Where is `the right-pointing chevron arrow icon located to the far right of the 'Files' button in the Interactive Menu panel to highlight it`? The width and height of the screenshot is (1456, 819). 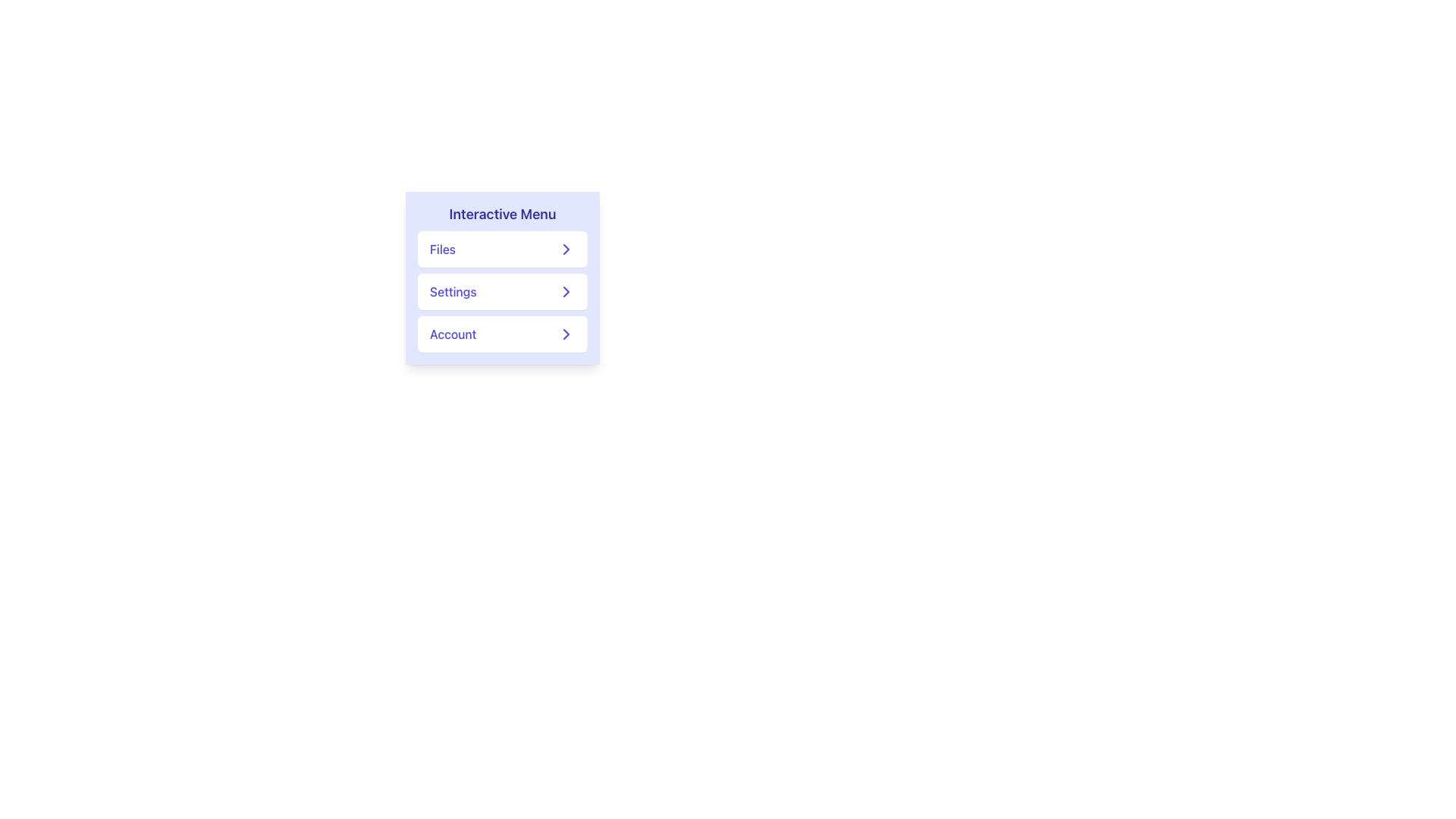
the right-pointing chevron arrow icon located to the far right of the 'Files' button in the Interactive Menu panel to highlight it is located at coordinates (566, 248).